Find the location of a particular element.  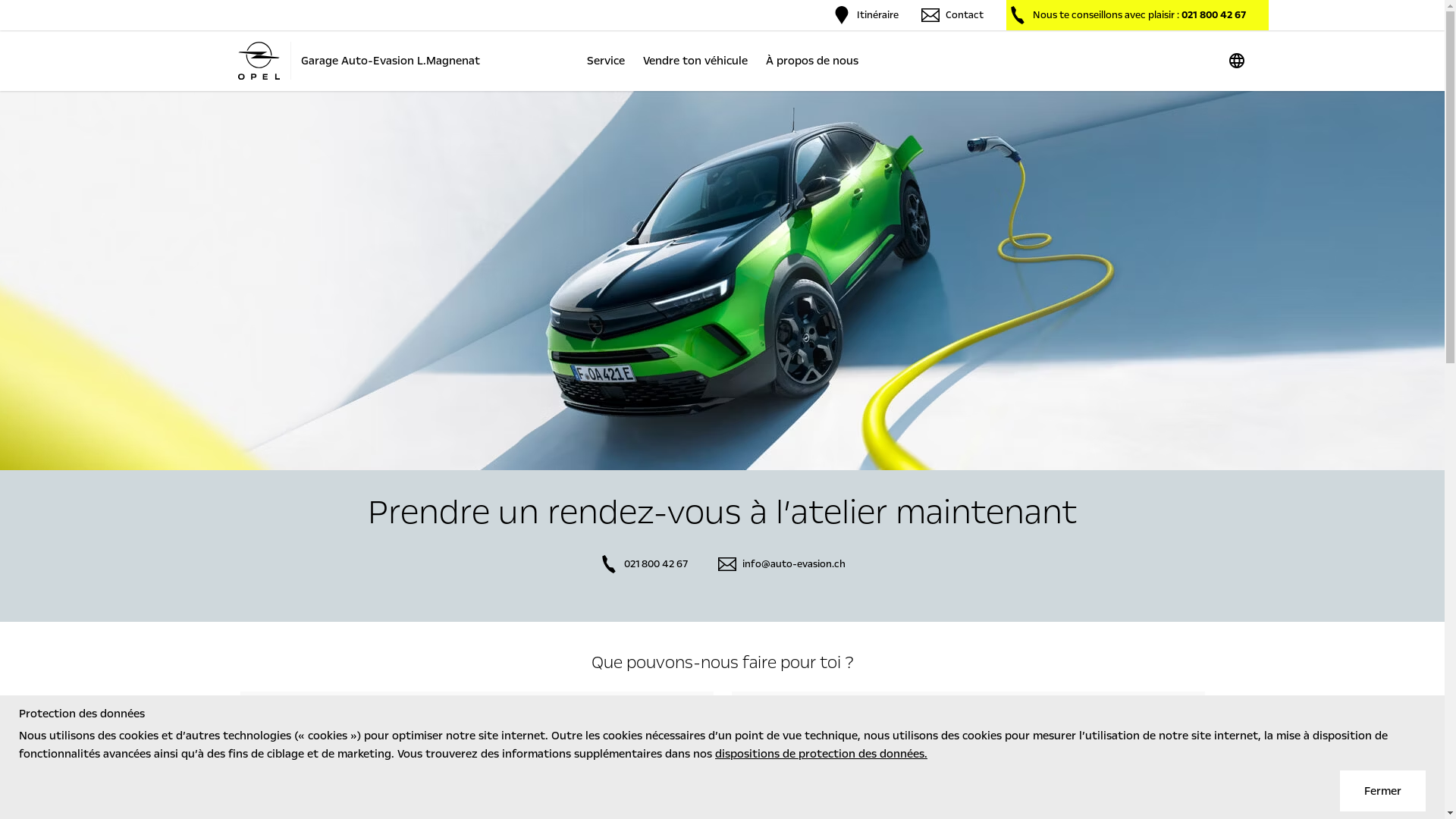

'Service' is located at coordinates (580, 60).